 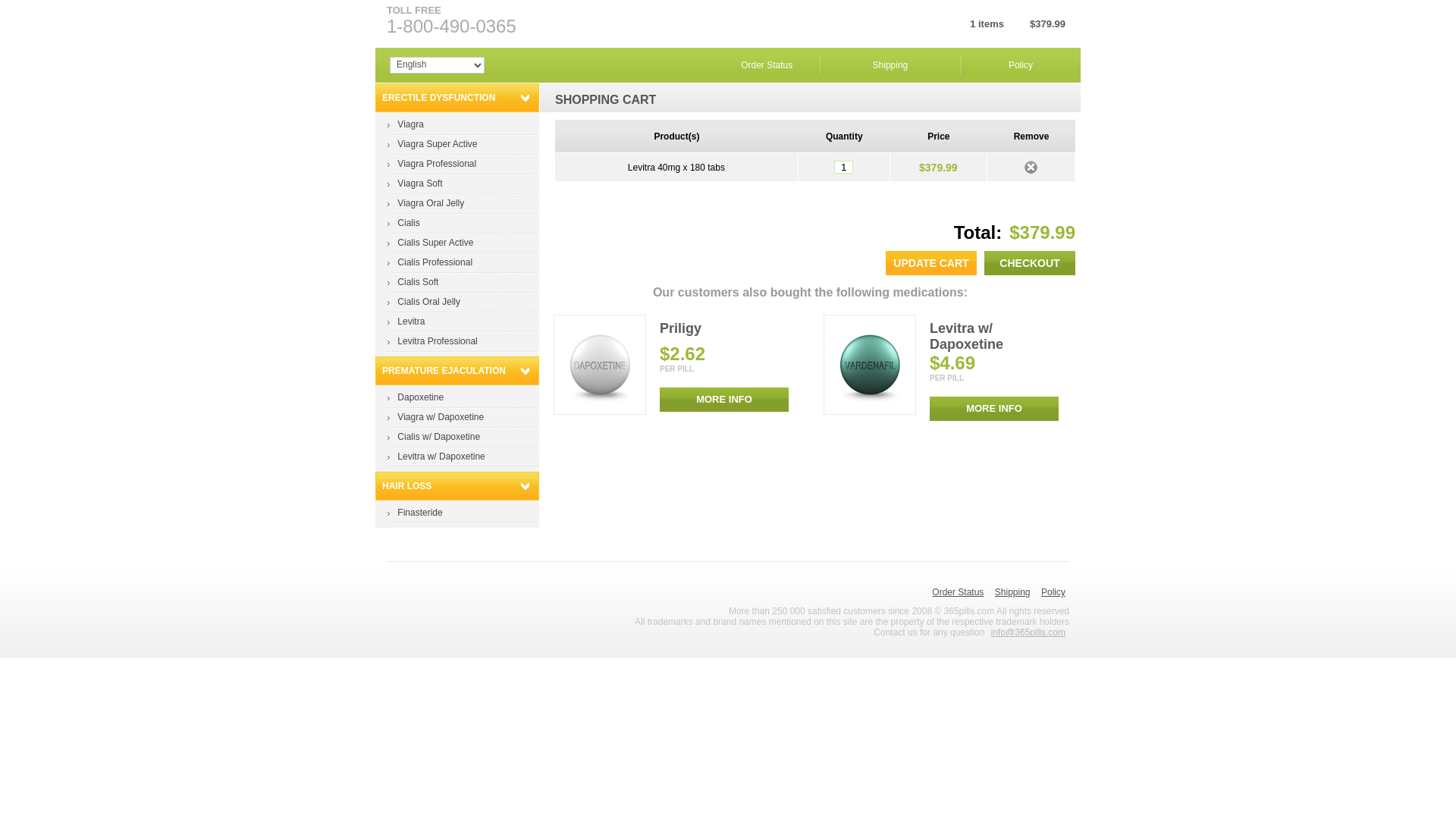 What do you see at coordinates (397, 202) in the screenshot?
I see `'Viagra Oral Jelly'` at bounding box center [397, 202].